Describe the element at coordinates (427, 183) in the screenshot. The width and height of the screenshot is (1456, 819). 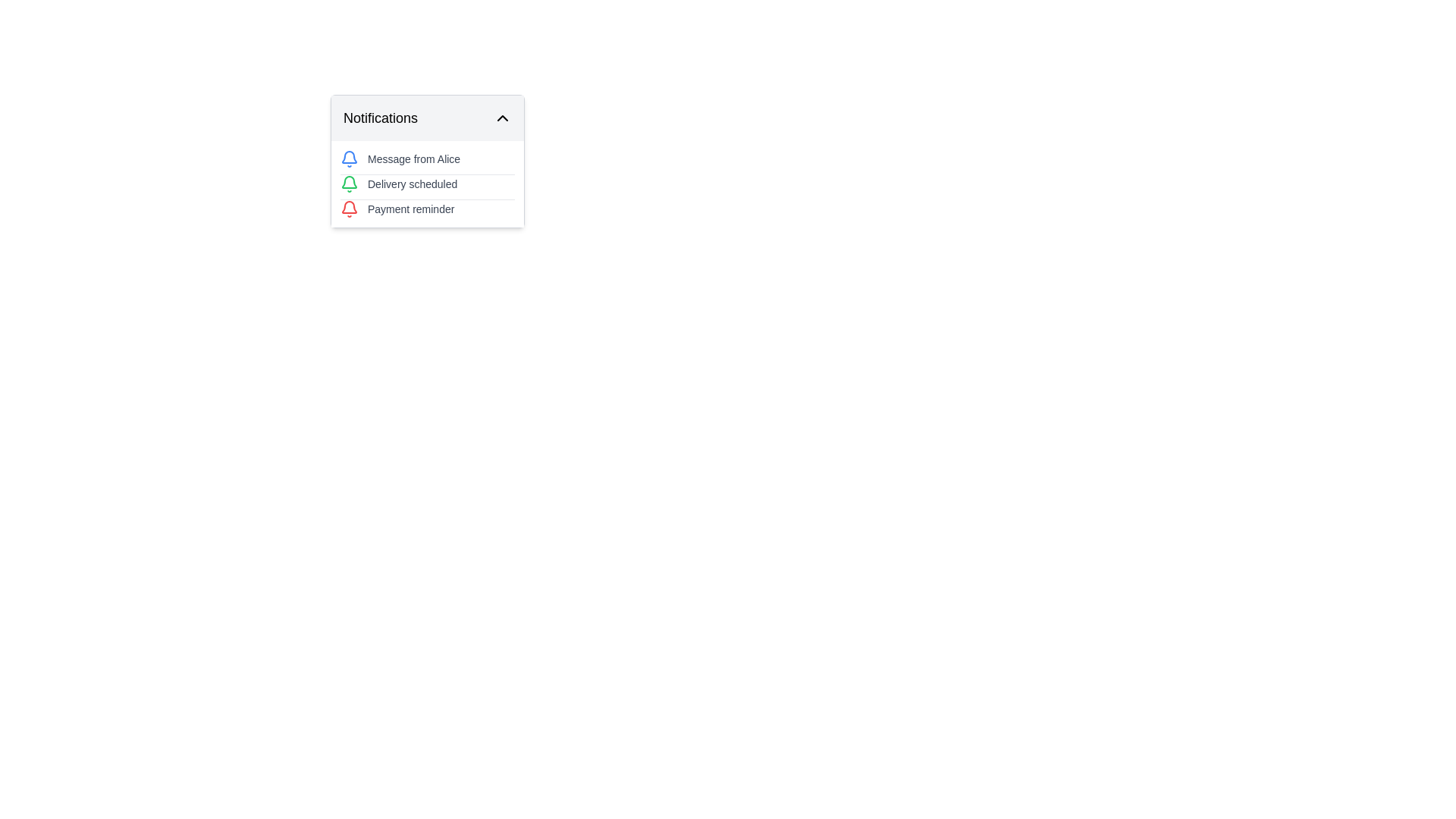
I see `notification text labeled 'Delivery scheduled.' which is the second item in the list of notifications, positioned below 'Message from Alice' and above 'Payment reminder.'` at that location.